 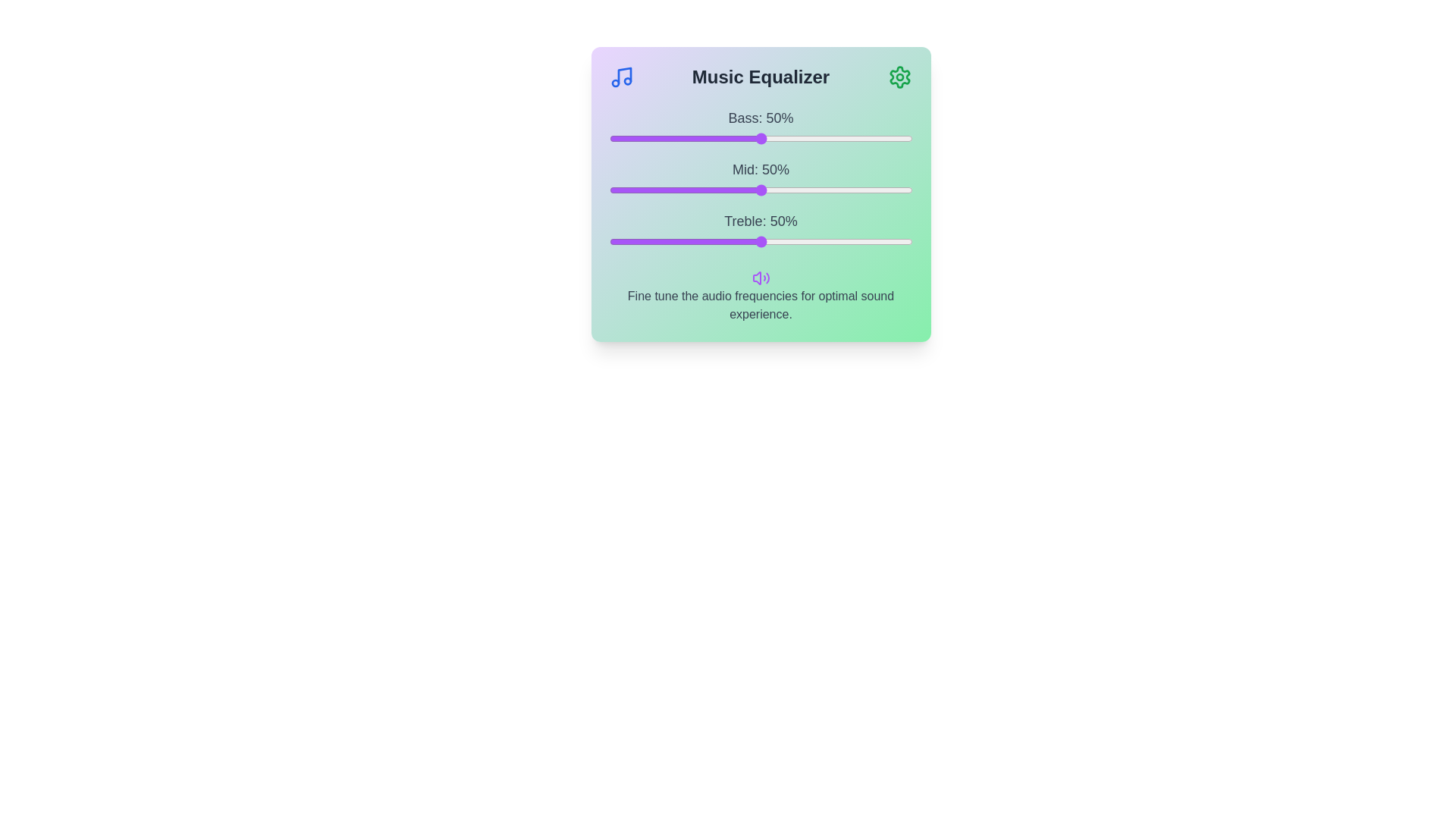 I want to click on the treble slider to 42%, so click(x=736, y=241).